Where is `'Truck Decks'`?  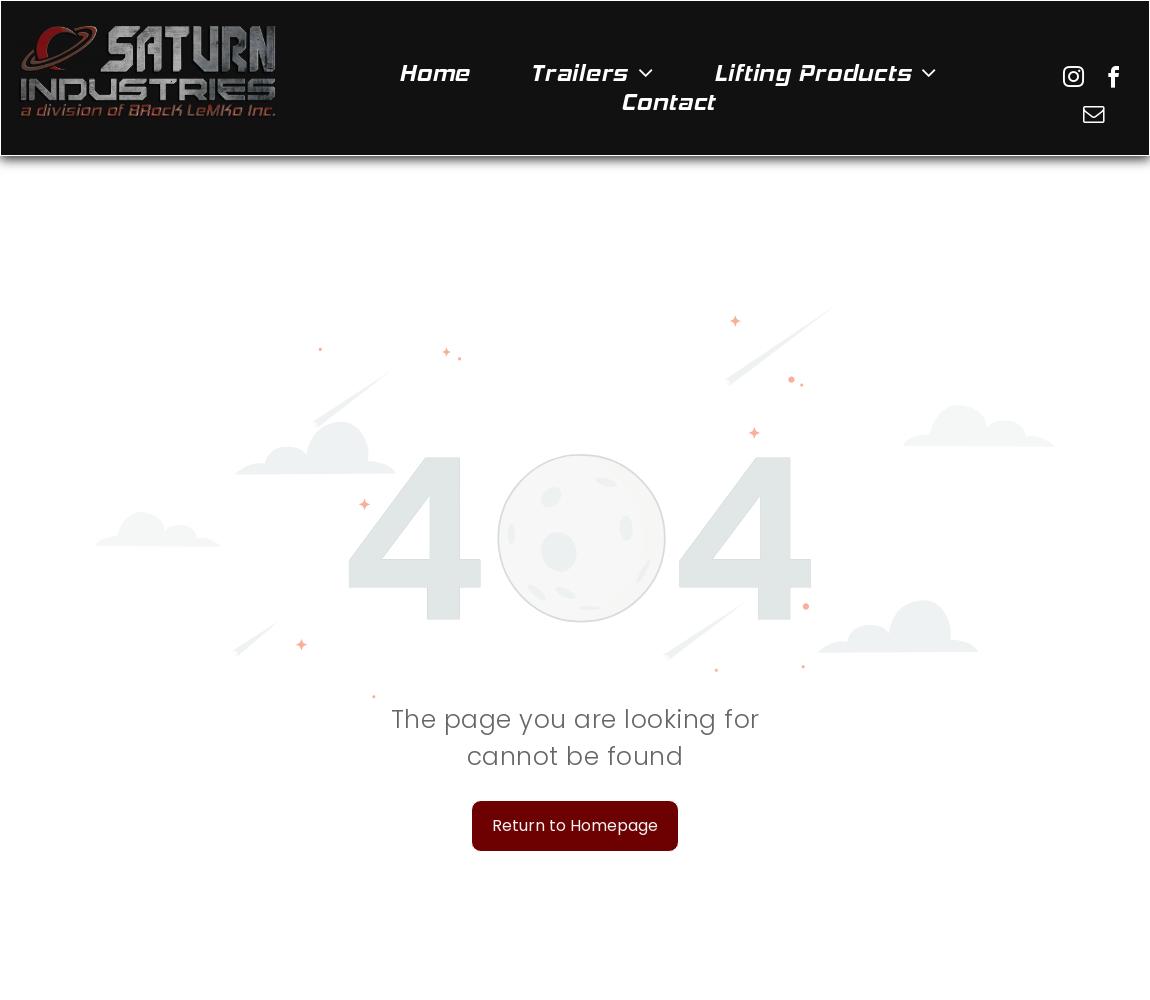
'Truck Decks' is located at coordinates (588, 619).